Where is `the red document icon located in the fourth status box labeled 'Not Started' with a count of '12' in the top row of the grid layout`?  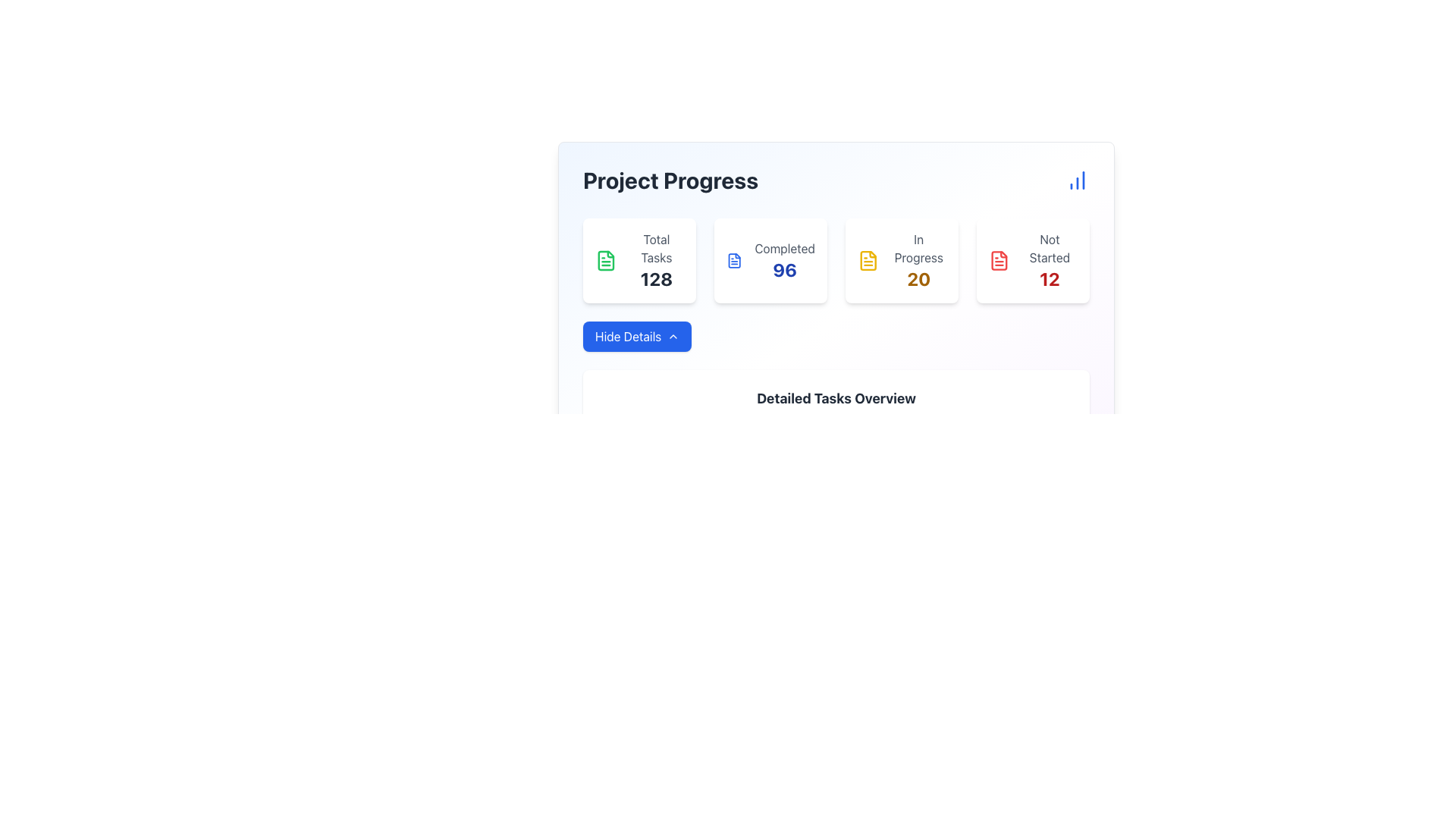 the red document icon located in the fourth status box labeled 'Not Started' with a count of '12' in the top row of the grid layout is located at coordinates (999, 259).